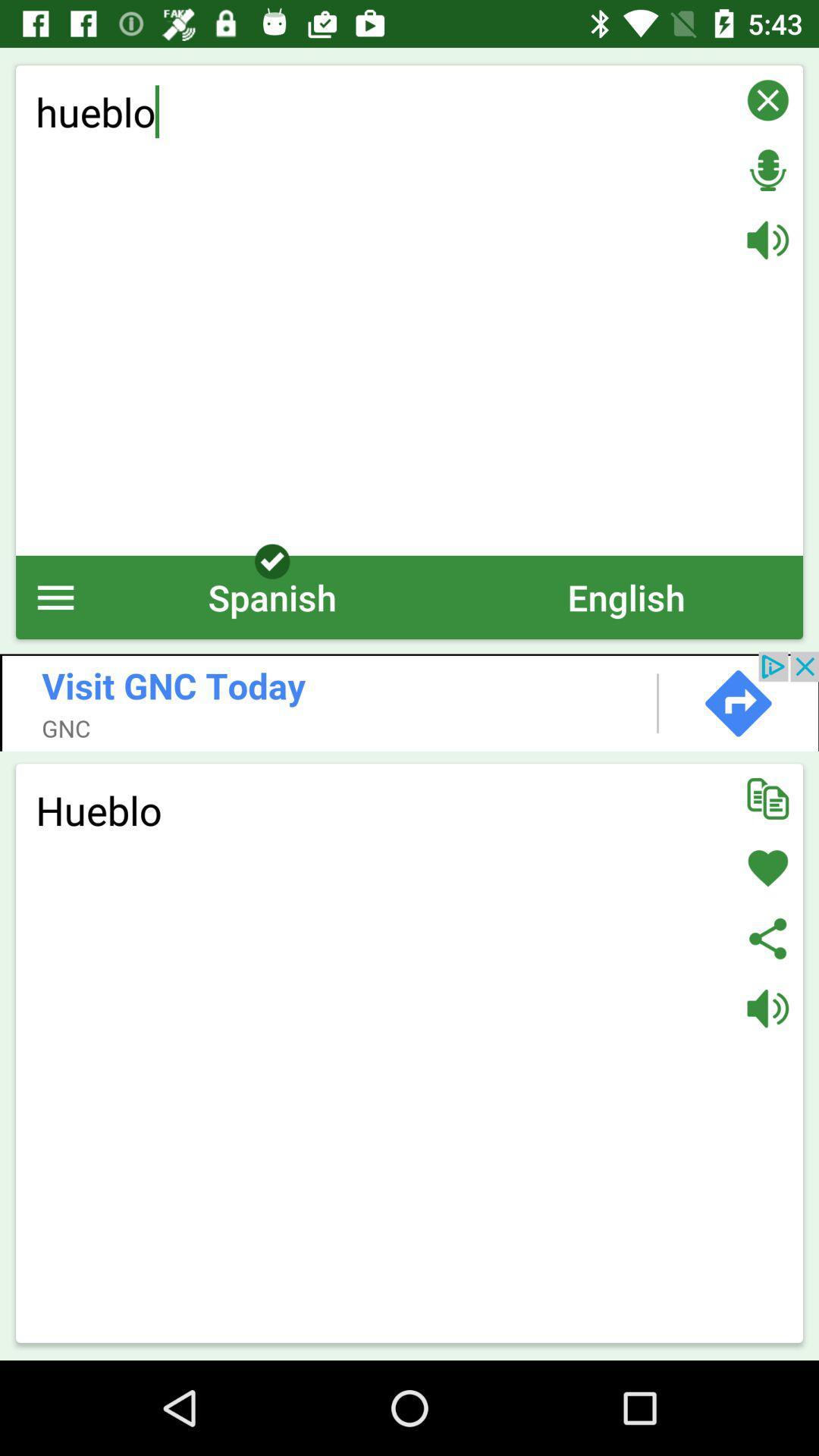 The width and height of the screenshot is (819, 1456). Describe the element at coordinates (409, 701) in the screenshot. I see `advert field` at that location.